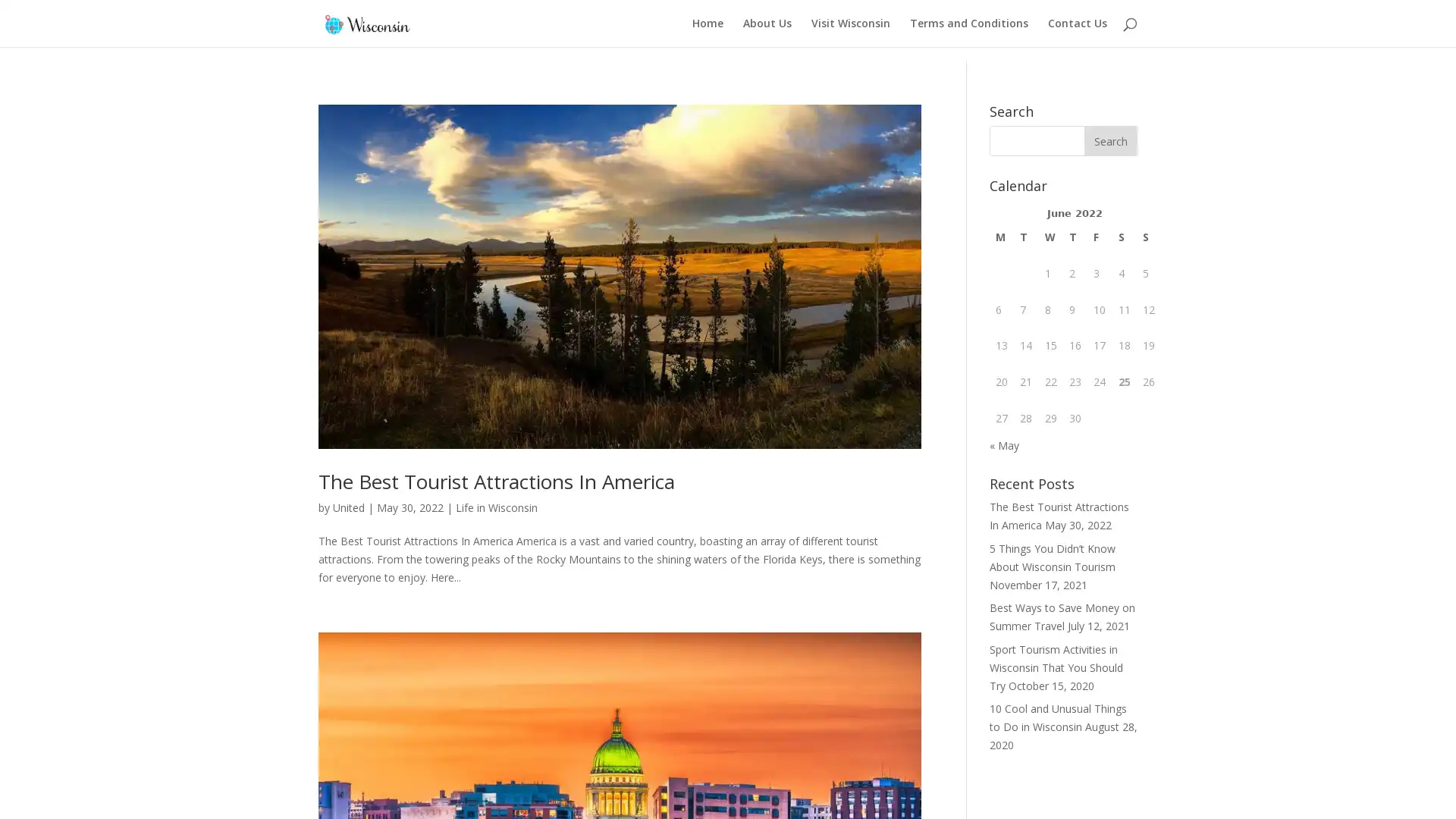 The height and width of the screenshot is (819, 1456). What do you see at coordinates (1110, 127) in the screenshot?
I see `Search` at bounding box center [1110, 127].